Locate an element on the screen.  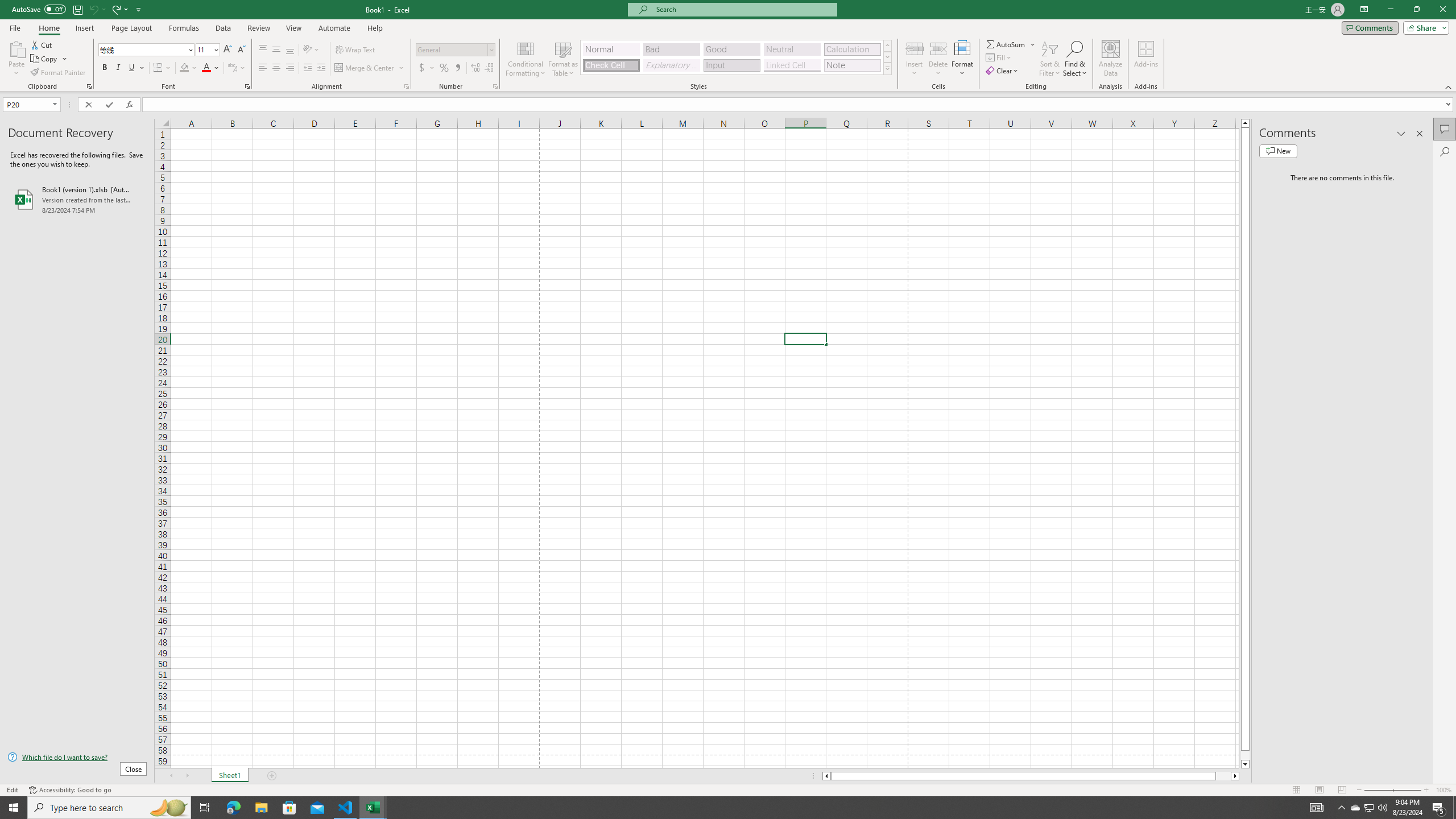
'Check Cell' is located at coordinates (611, 65).